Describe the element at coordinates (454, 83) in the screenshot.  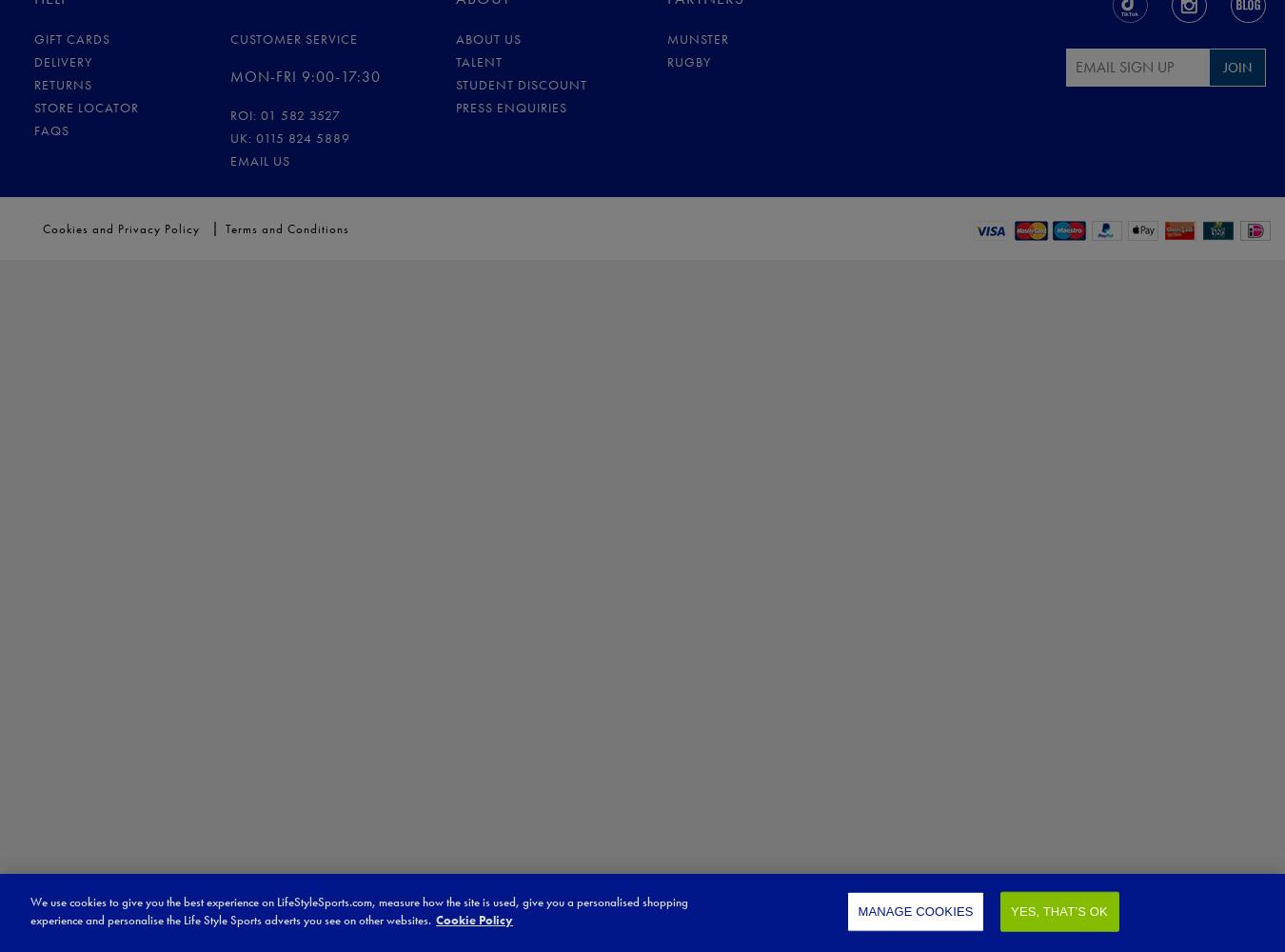
I see `'Student Discount'` at that location.